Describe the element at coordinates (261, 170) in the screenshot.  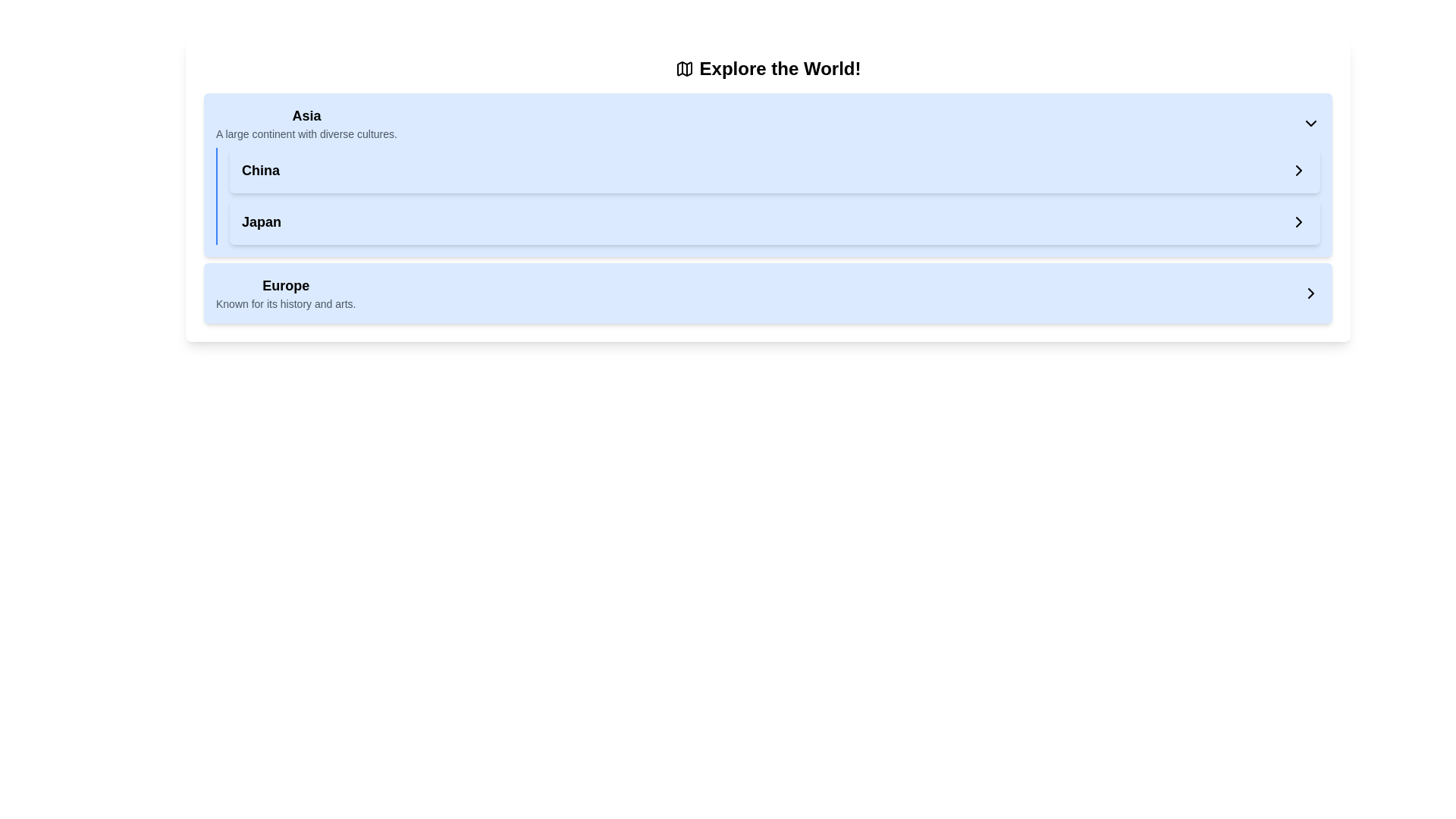
I see `the text label under the heading 'Asia' for interaction, which serves as an identifier for the region and may trigger navigation or display of details` at that location.